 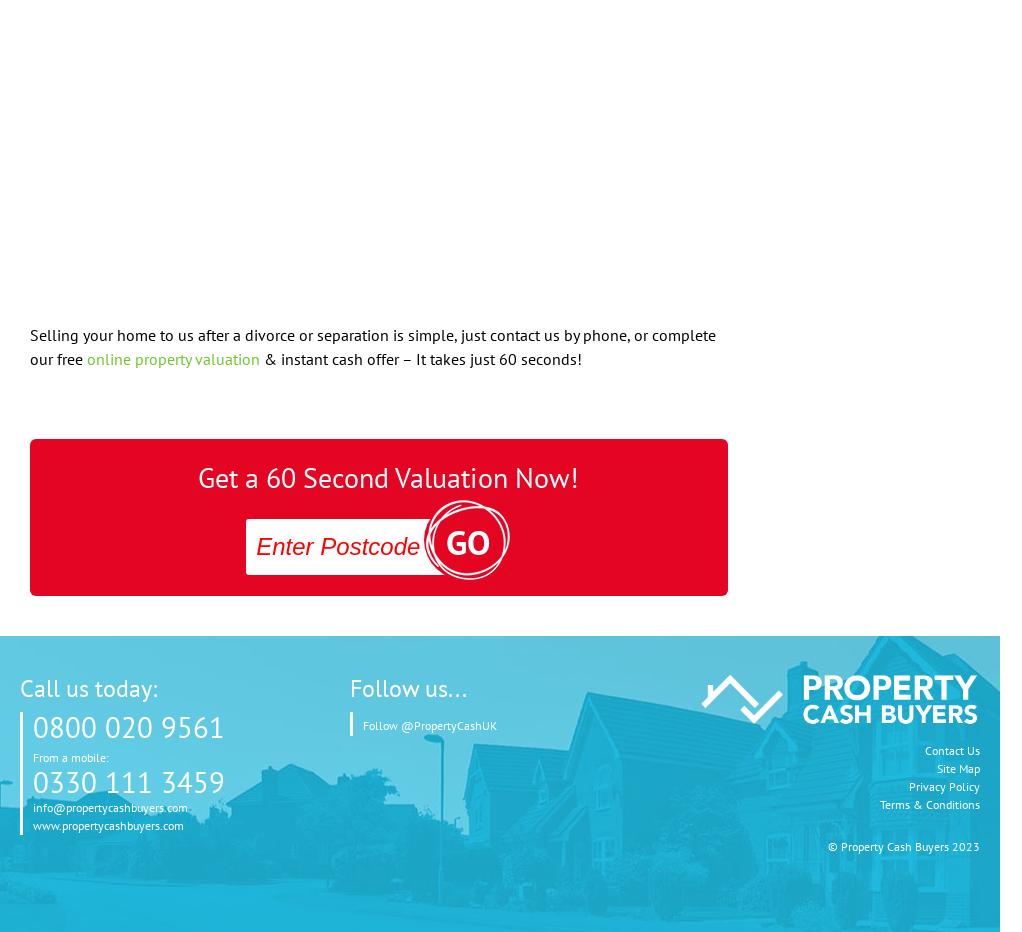 I want to click on 'info@propertycashbuyers.com', so click(x=110, y=807).